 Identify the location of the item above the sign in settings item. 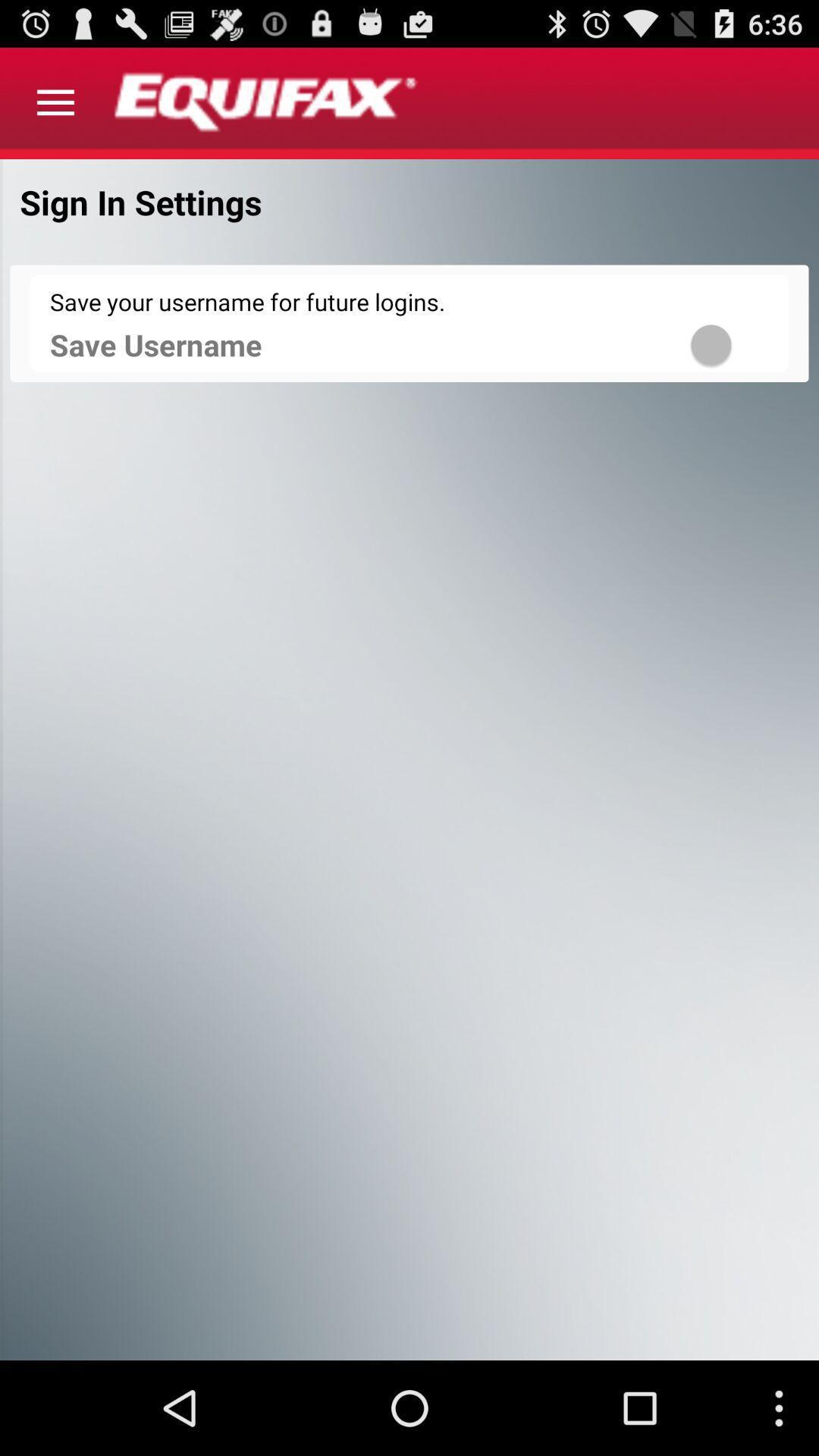
(55, 102).